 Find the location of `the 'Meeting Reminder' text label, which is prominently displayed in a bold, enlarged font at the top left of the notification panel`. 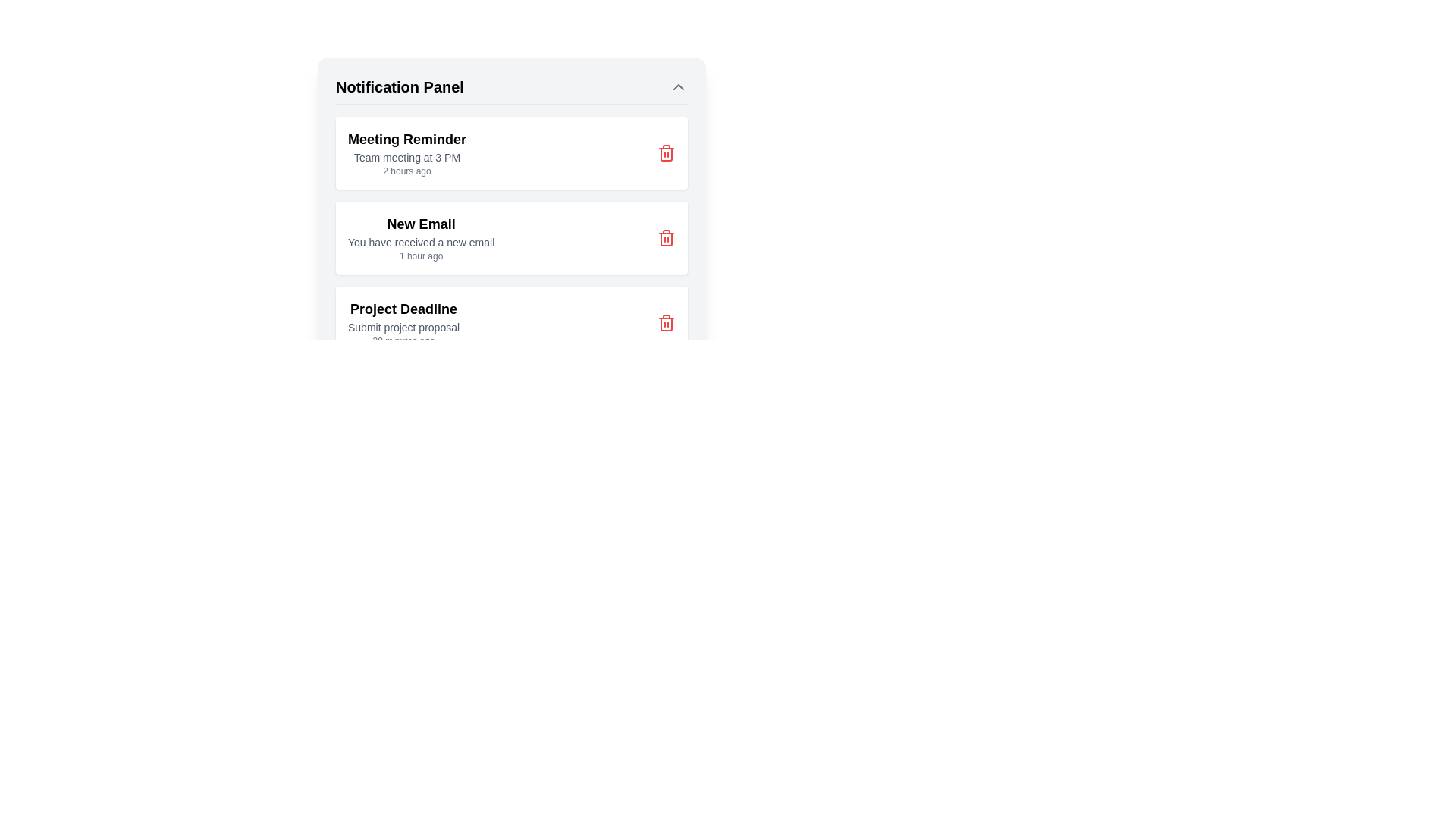

the 'Meeting Reminder' text label, which is prominently displayed in a bold, enlarged font at the top left of the notification panel is located at coordinates (407, 140).